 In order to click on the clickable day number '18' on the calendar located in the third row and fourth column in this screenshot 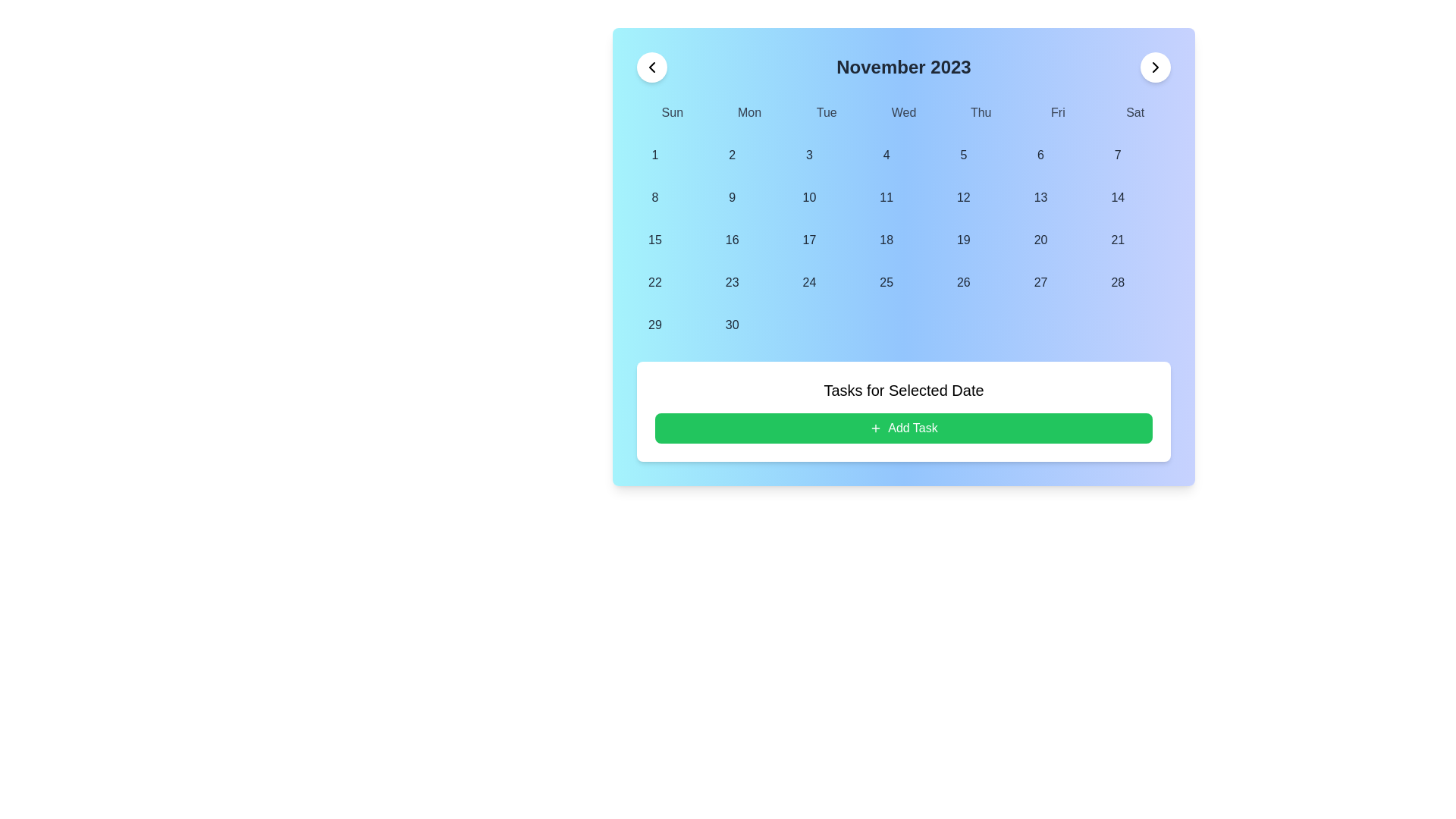, I will do `click(886, 239)`.